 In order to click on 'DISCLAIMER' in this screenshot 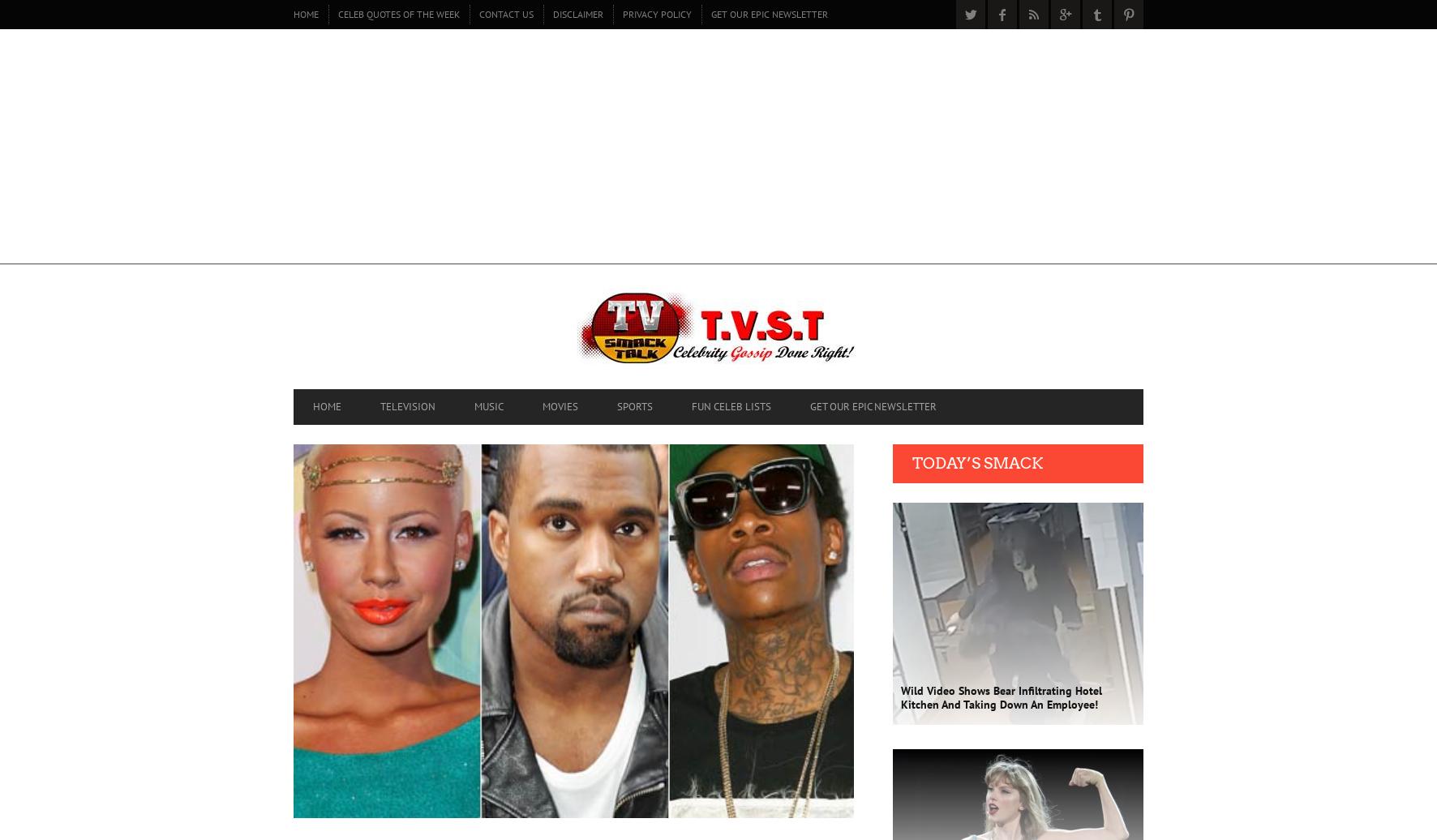, I will do `click(576, 13)`.